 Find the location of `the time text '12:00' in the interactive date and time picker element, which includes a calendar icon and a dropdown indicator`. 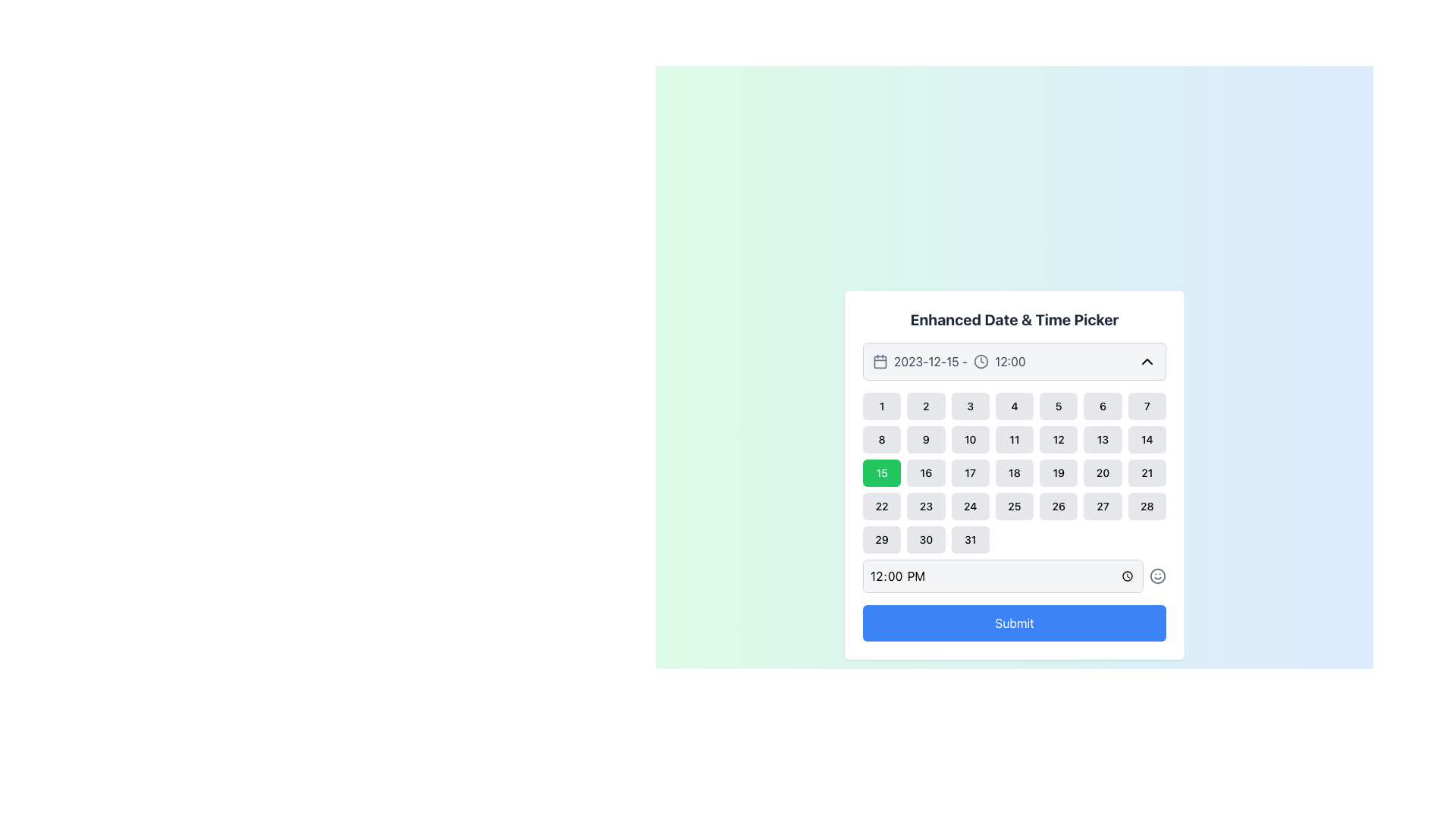

the time text '12:00' in the interactive date and time picker element, which includes a calendar icon and a dropdown indicator is located at coordinates (1015, 362).